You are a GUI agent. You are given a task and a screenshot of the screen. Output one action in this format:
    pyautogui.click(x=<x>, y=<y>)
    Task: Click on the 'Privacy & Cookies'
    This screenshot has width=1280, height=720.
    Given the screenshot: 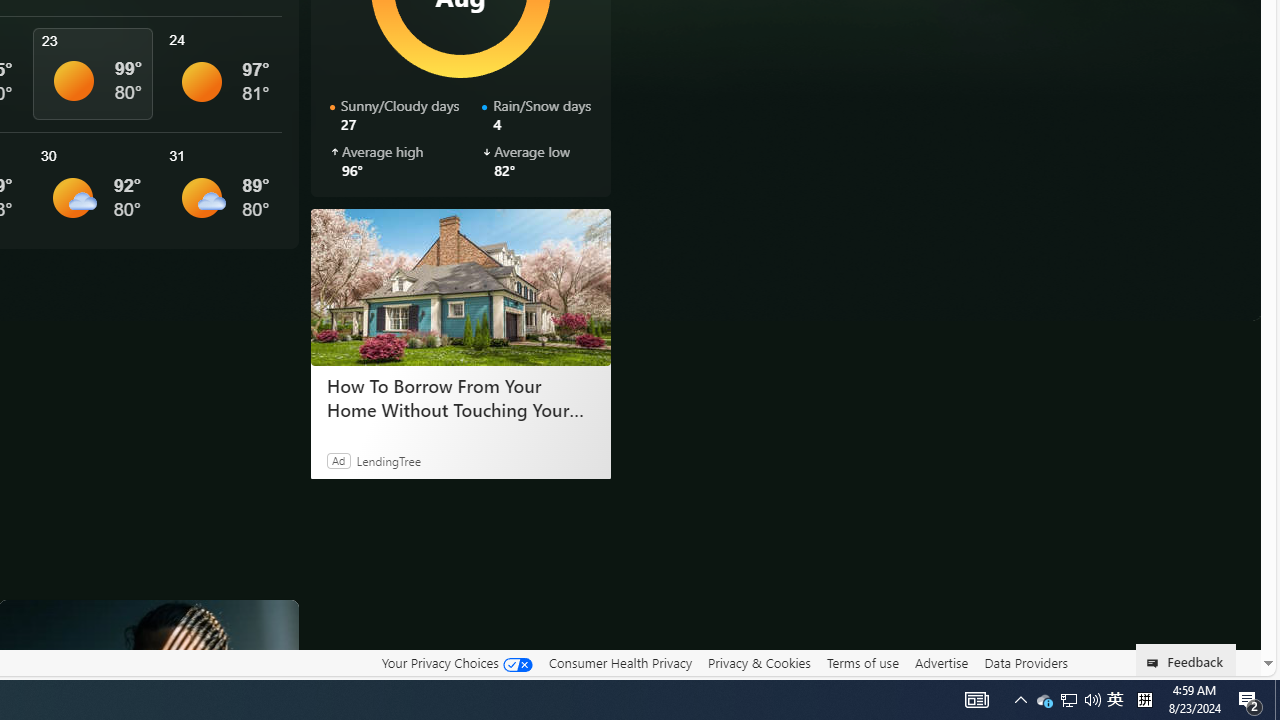 What is the action you would take?
    pyautogui.click(x=758, y=663)
    